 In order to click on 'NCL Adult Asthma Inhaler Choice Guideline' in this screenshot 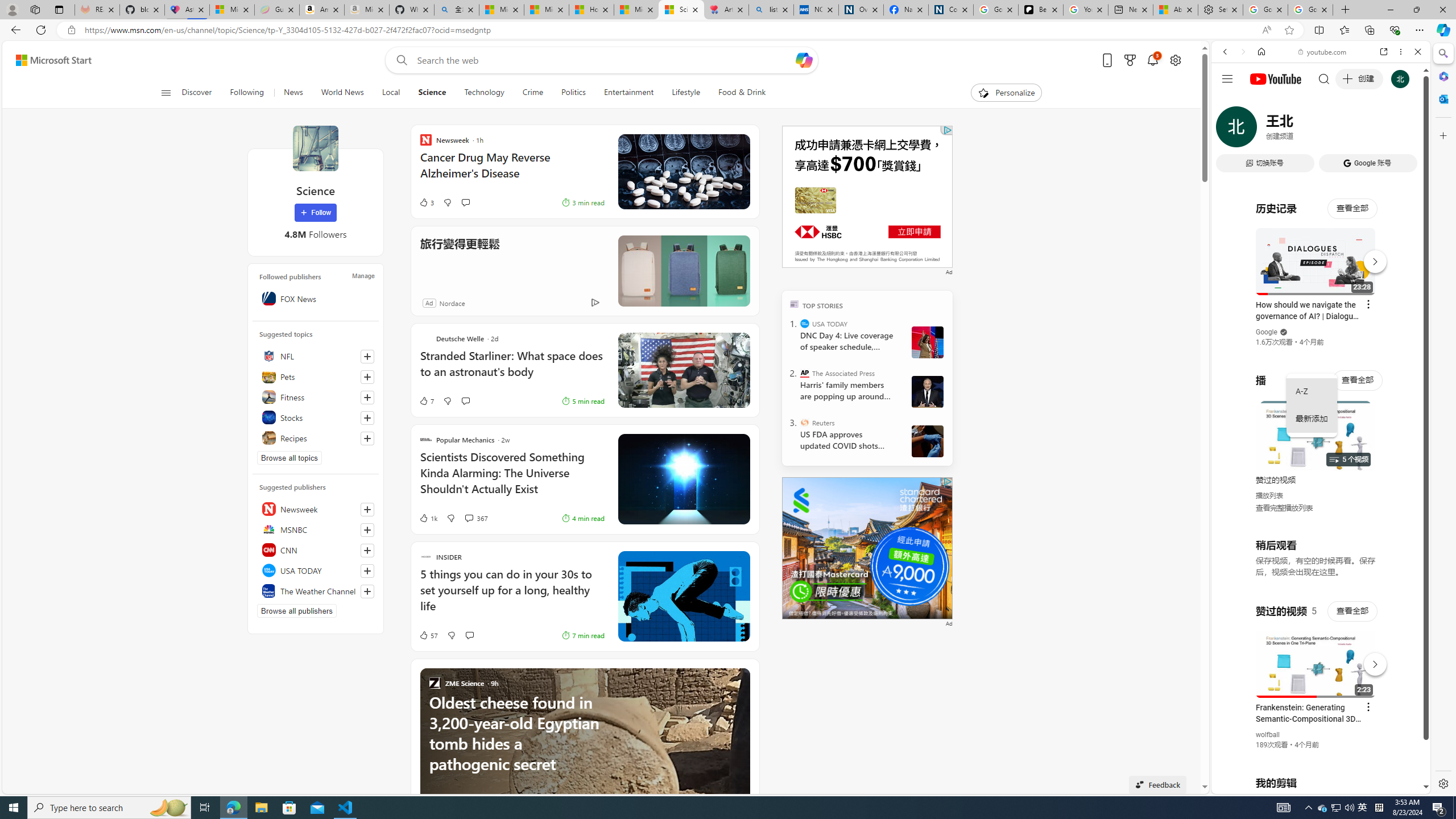, I will do `click(816, 9)`.